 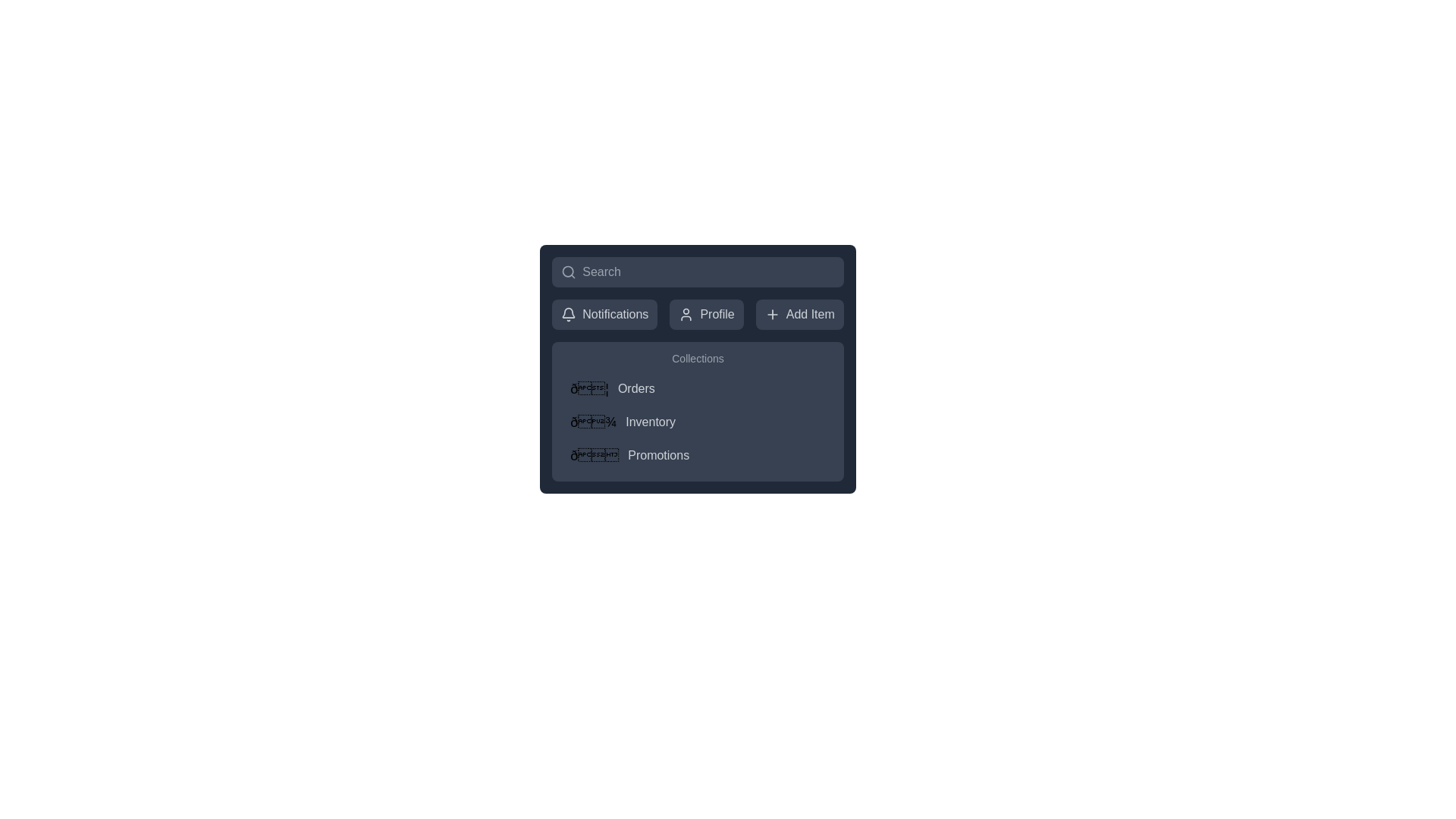 What do you see at coordinates (697, 359) in the screenshot?
I see `the Text Label that serves as a non-interactive title for the section above 'Orders', 'Inventory', and 'Promotions'` at bounding box center [697, 359].